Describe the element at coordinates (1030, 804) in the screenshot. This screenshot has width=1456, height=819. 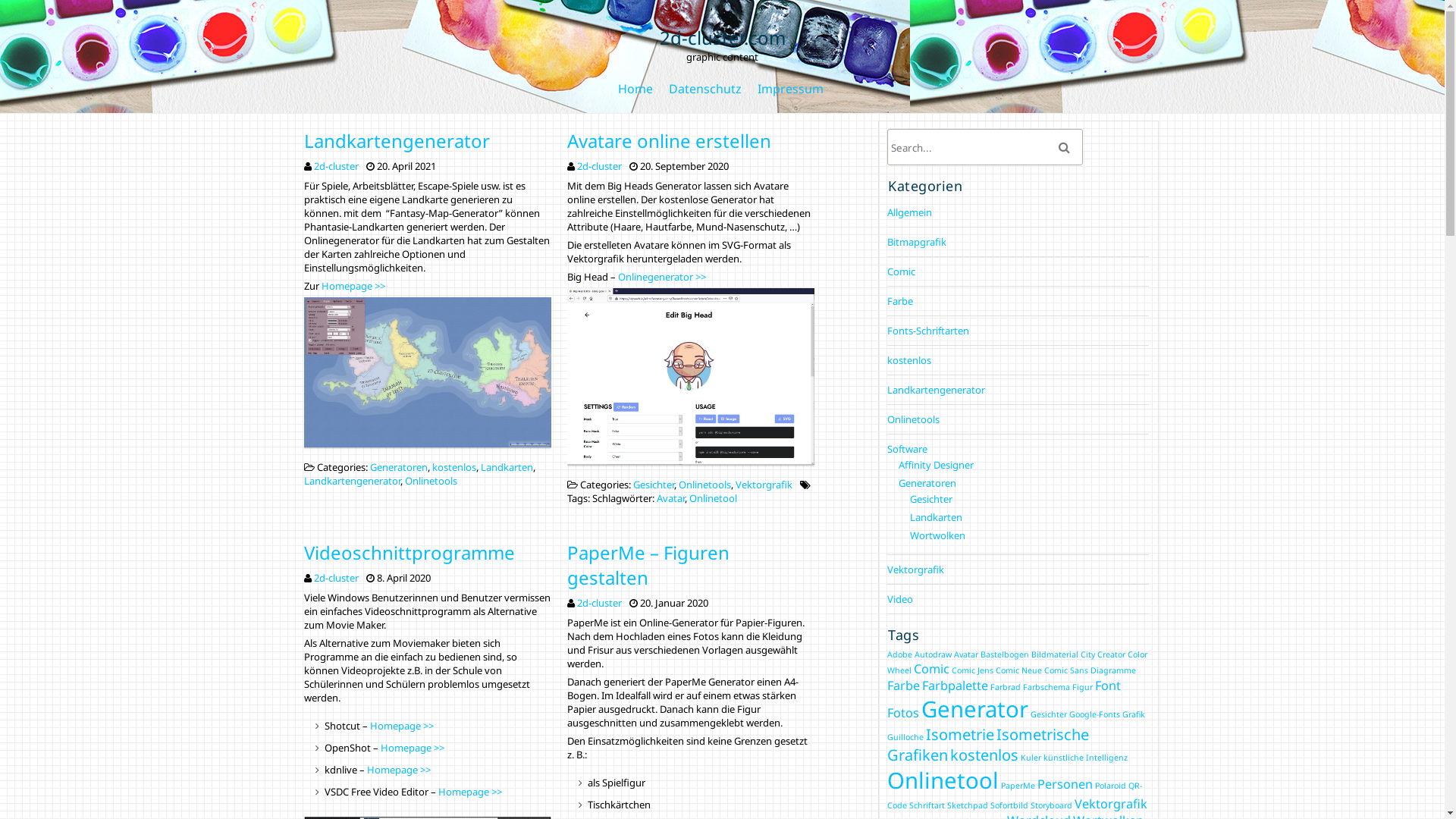
I see `'Storyboard'` at that location.